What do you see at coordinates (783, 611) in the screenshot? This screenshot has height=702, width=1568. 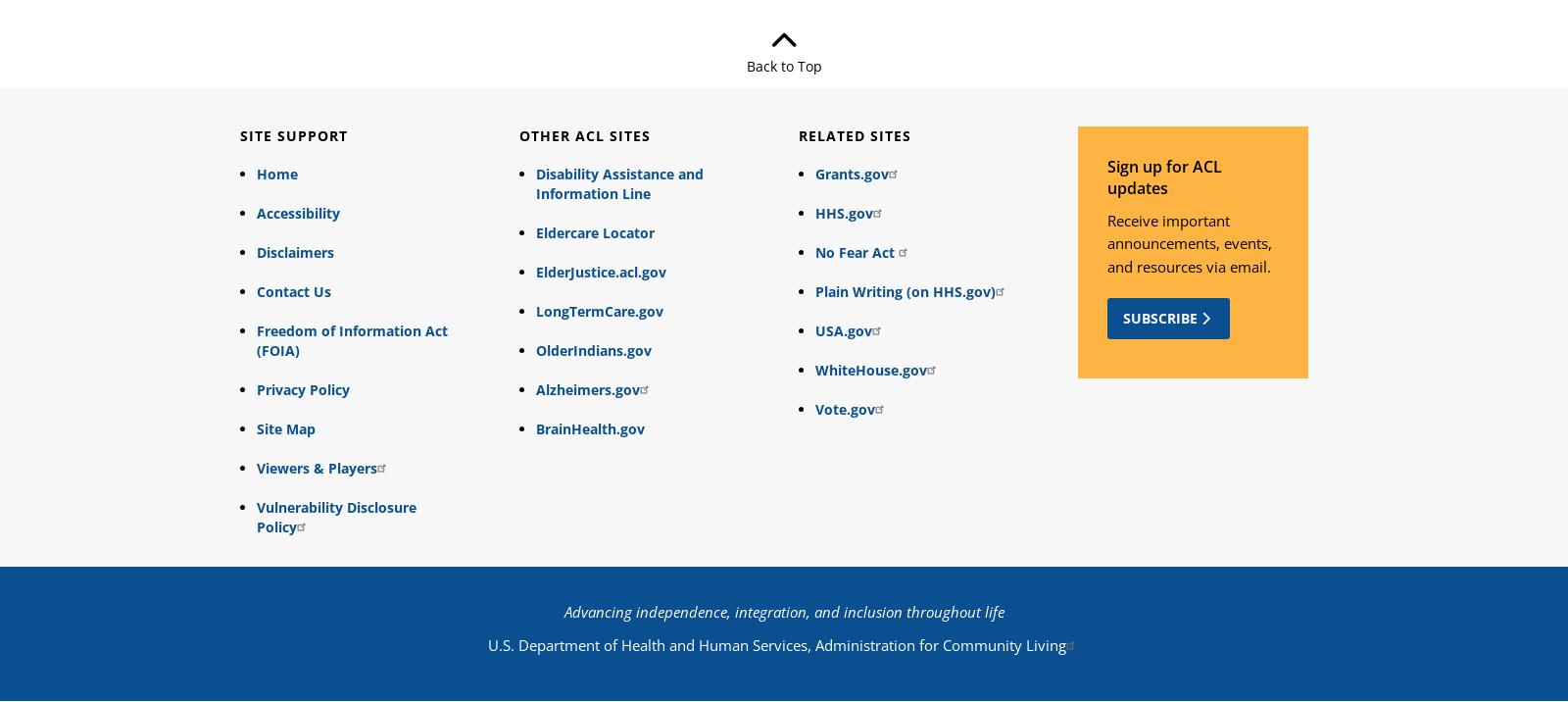 I see `'Advancing independence, integration, and inclusion throughout life'` at bounding box center [783, 611].